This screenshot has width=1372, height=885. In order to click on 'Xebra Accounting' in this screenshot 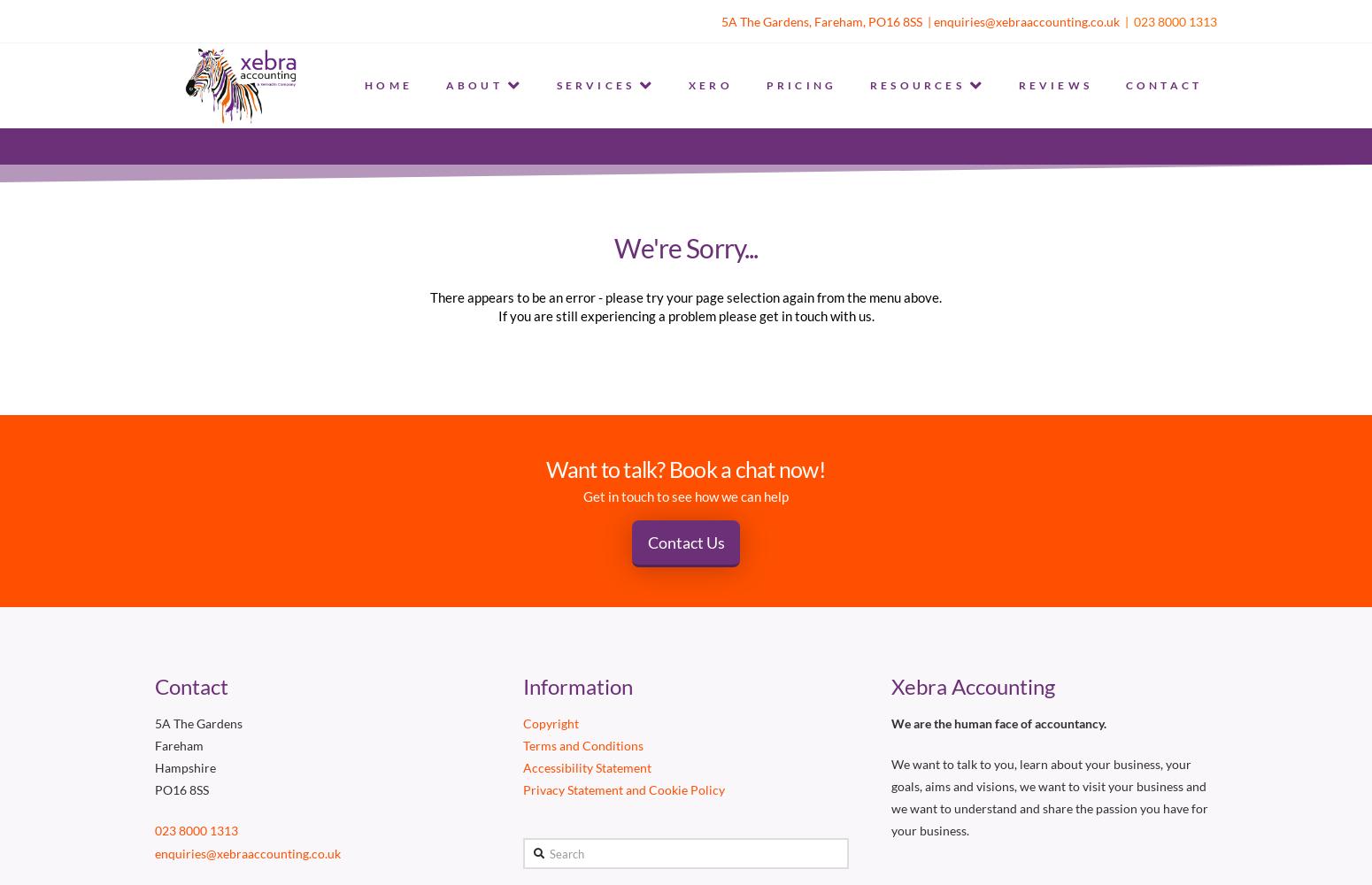, I will do `click(889, 687)`.